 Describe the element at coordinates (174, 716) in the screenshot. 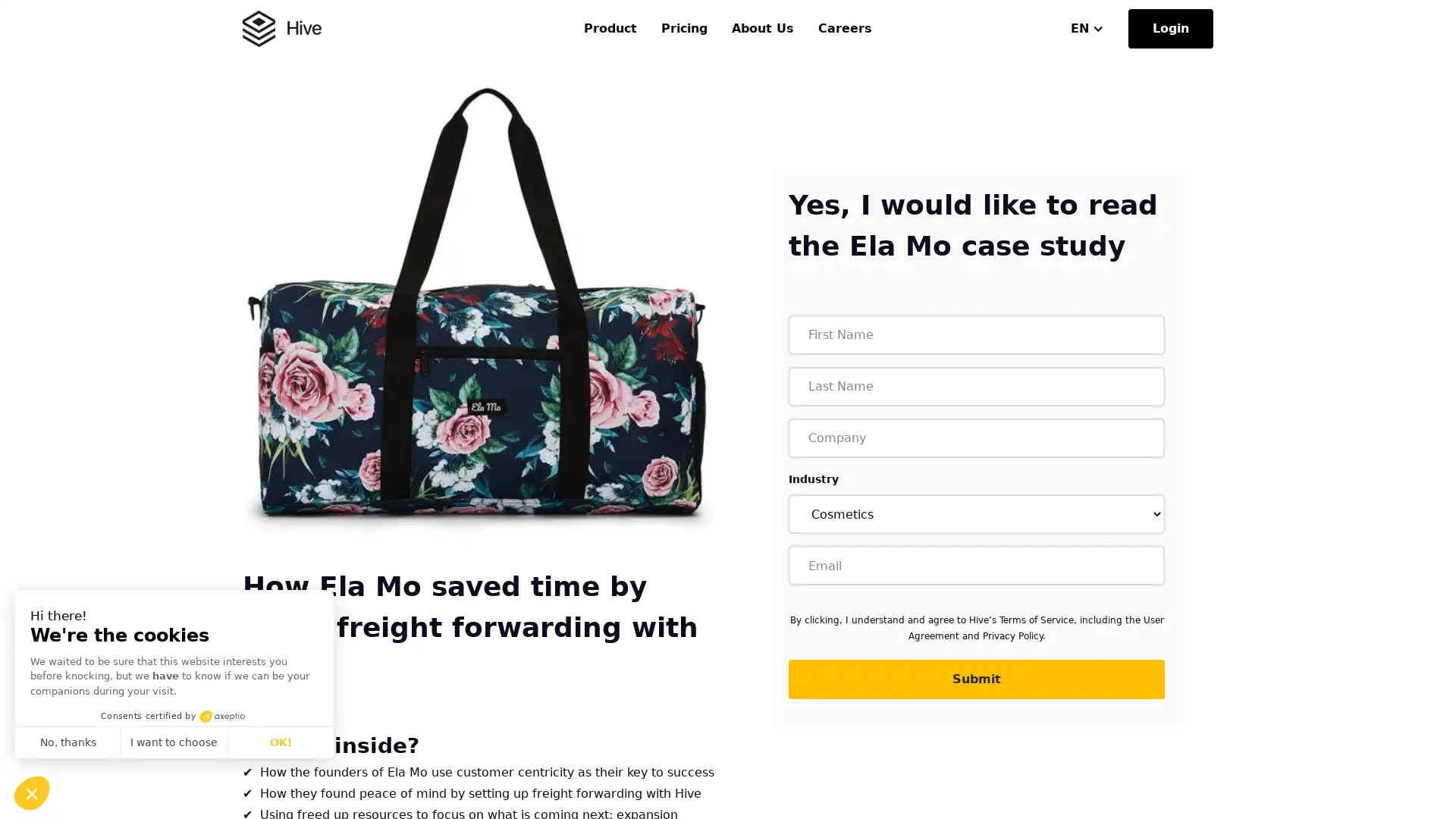

I see `Consents certified by` at that location.